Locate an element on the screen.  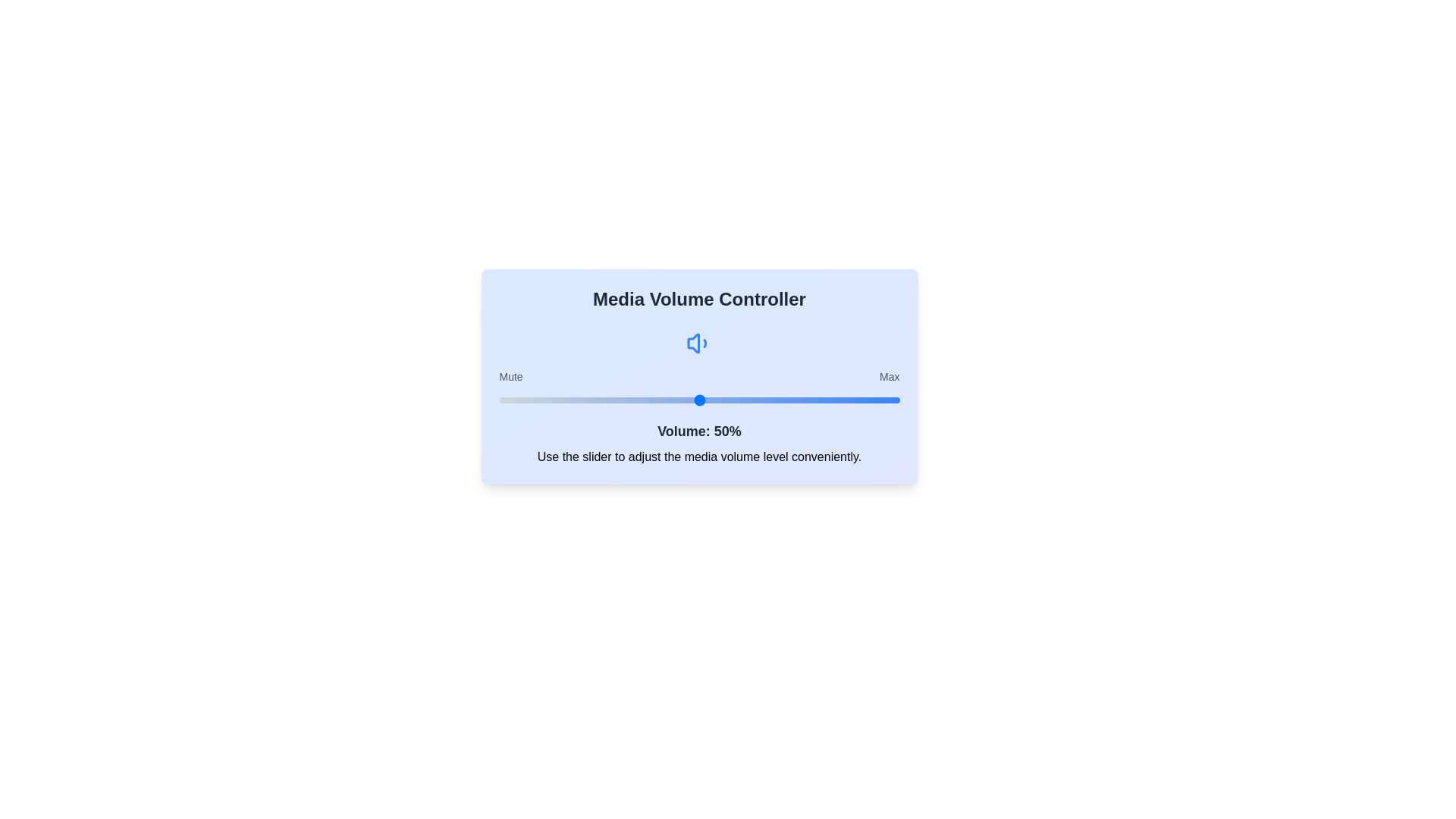
the volume to 88% by adjusting the slider is located at coordinates (852, 400).